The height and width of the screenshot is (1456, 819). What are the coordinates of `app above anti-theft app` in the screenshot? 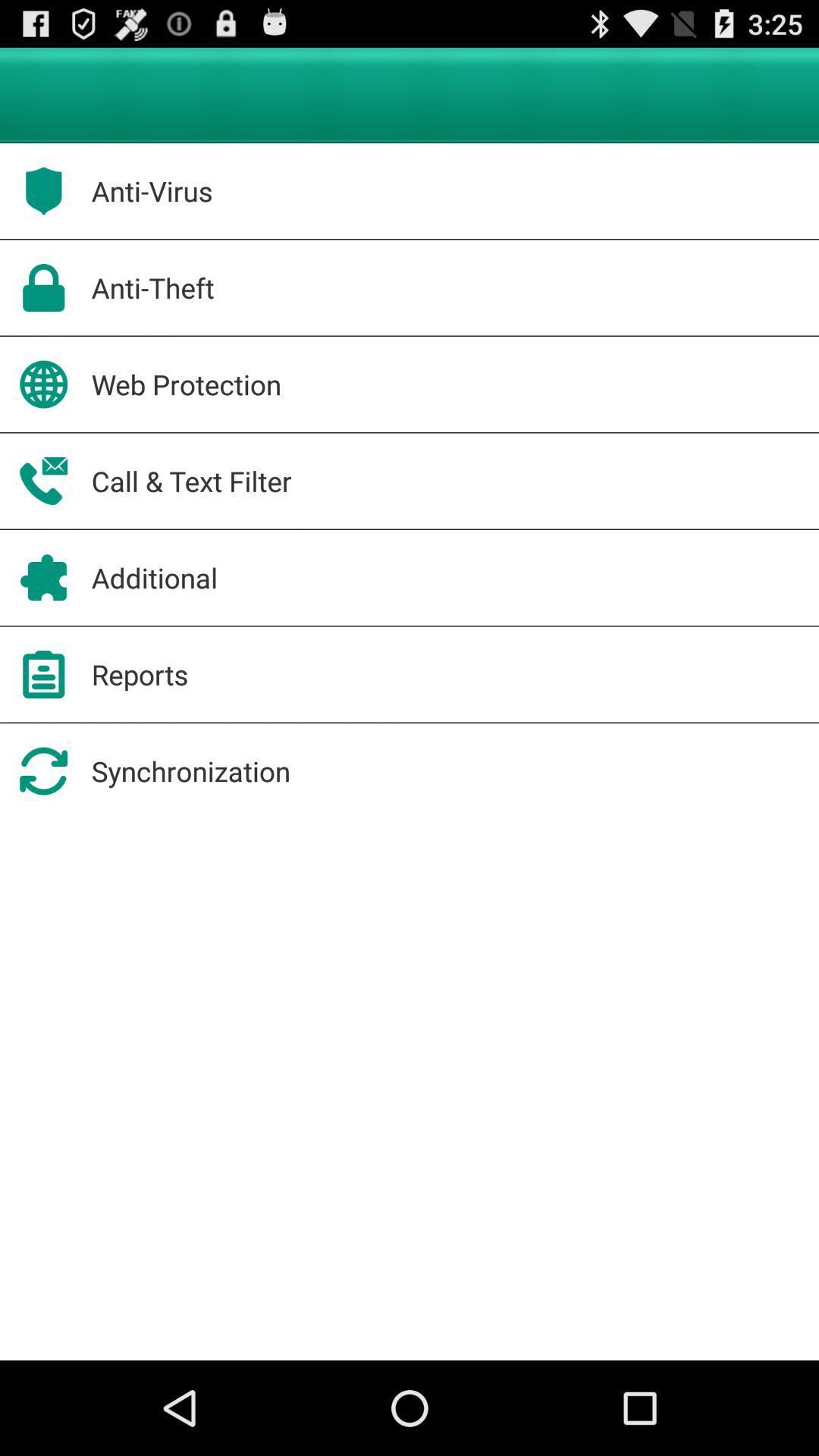 It's located at (152, 190).